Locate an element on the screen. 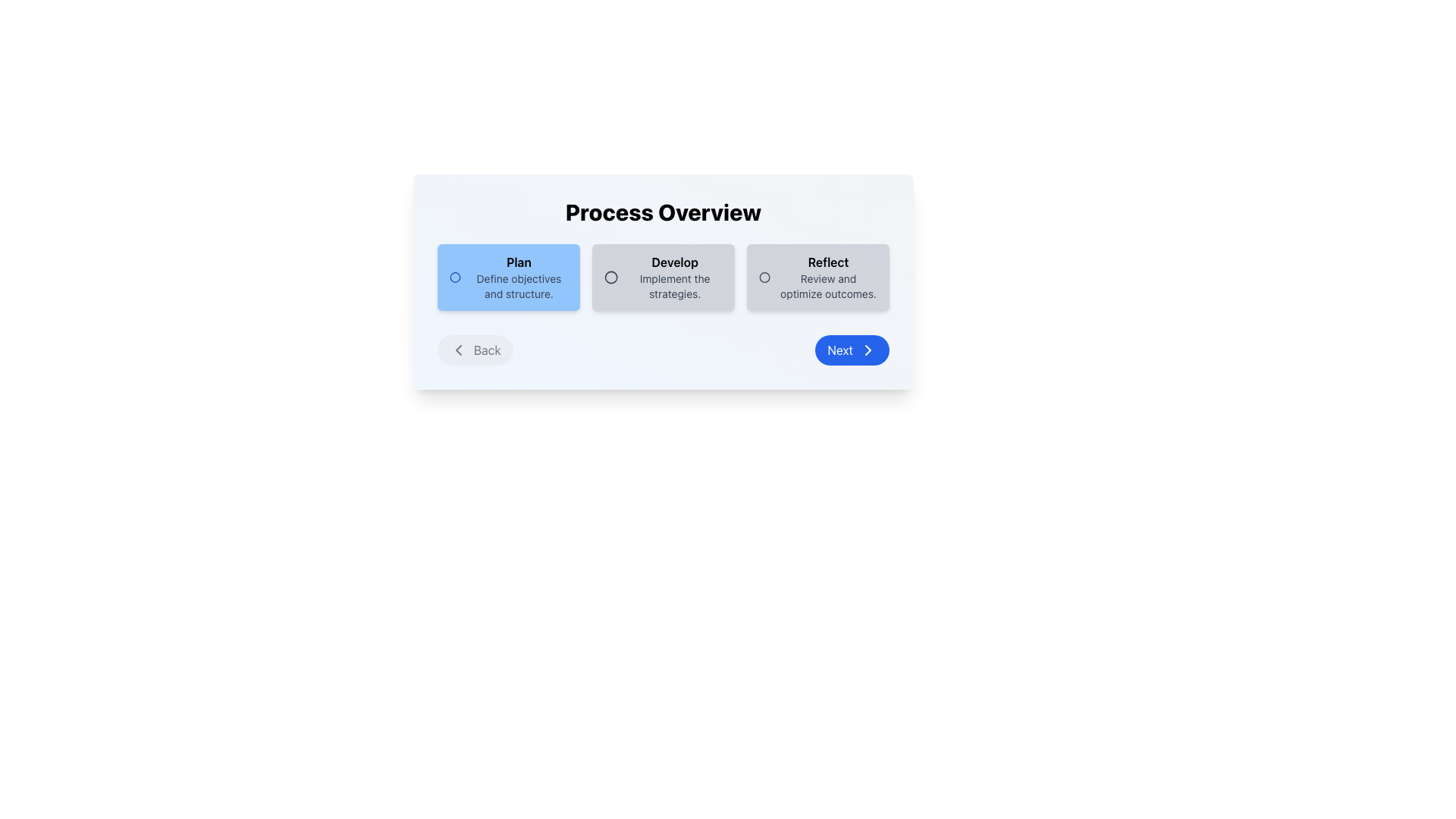  the 'Develop' step text element, which is the second option from the left in a multi-step process interface, located below 'Process Overview' and between 'Plan' and 'Reflect' is located at coordinates (674, 278).